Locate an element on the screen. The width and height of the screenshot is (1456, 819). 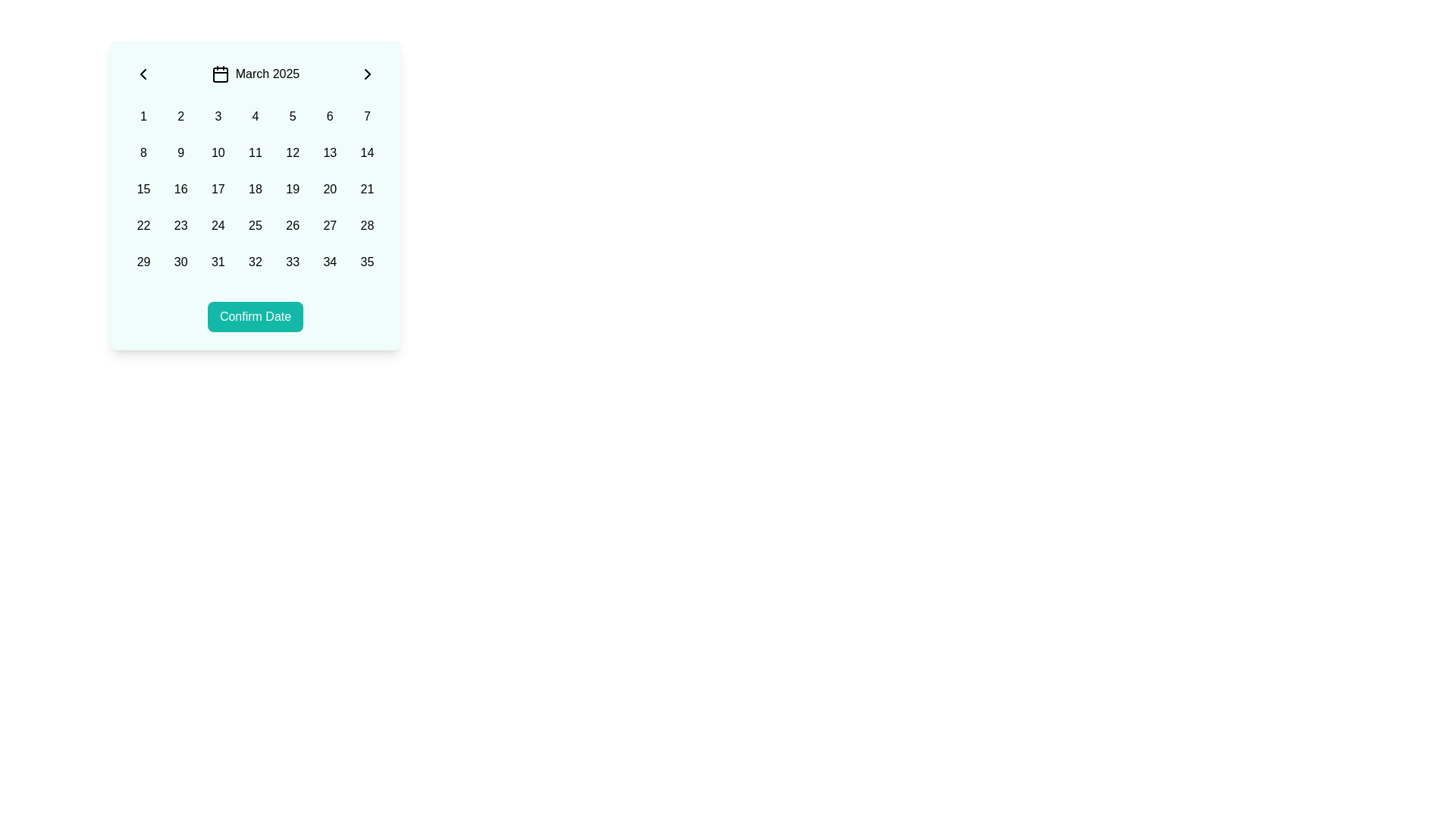
the interactive button representing the date '31' in the calendar view is located at coordinates (217, 262).